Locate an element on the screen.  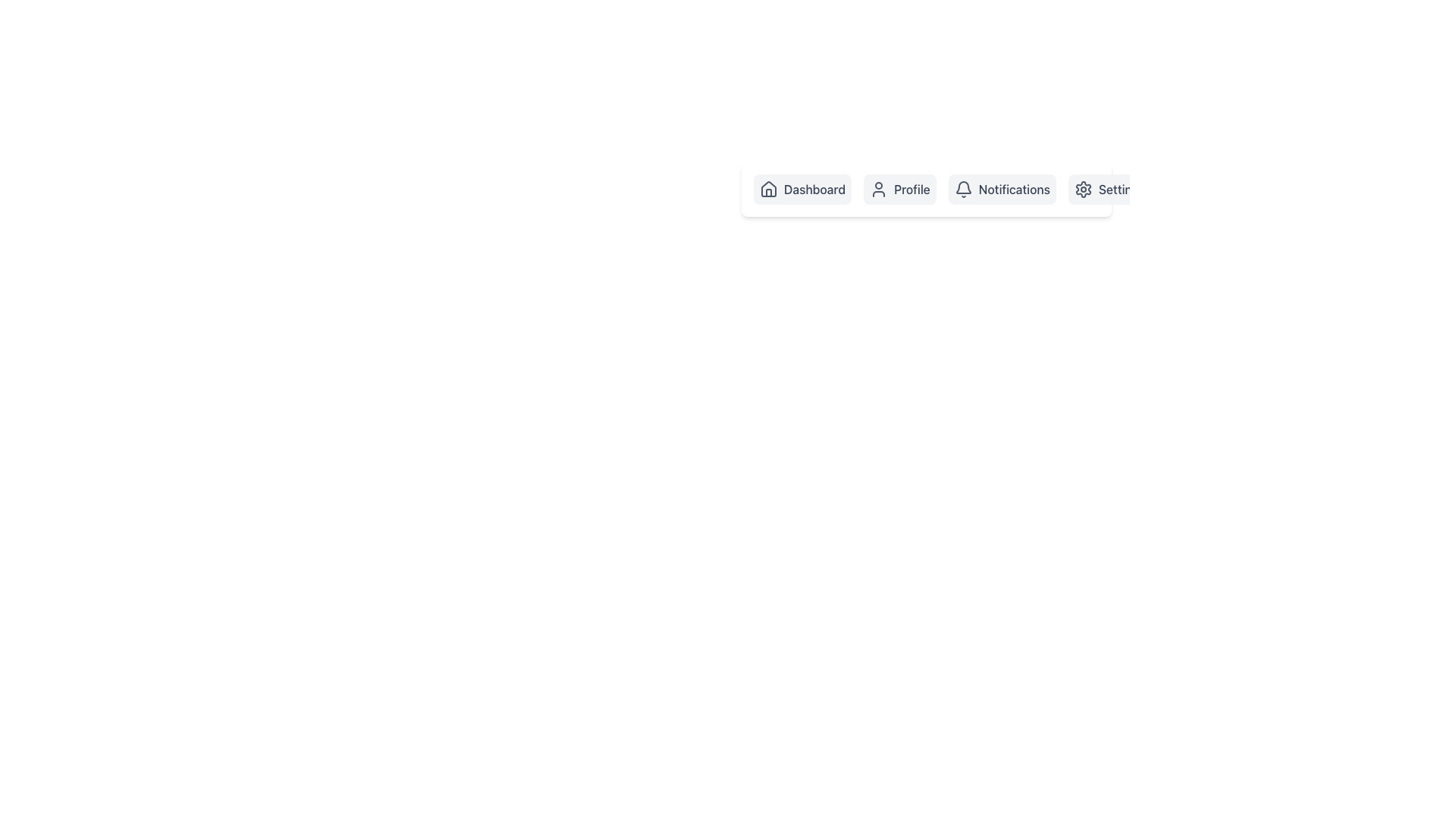
the 'Dashboard' icon button located at the top-right section of the navigation menu is located at coordinates (768, 192).